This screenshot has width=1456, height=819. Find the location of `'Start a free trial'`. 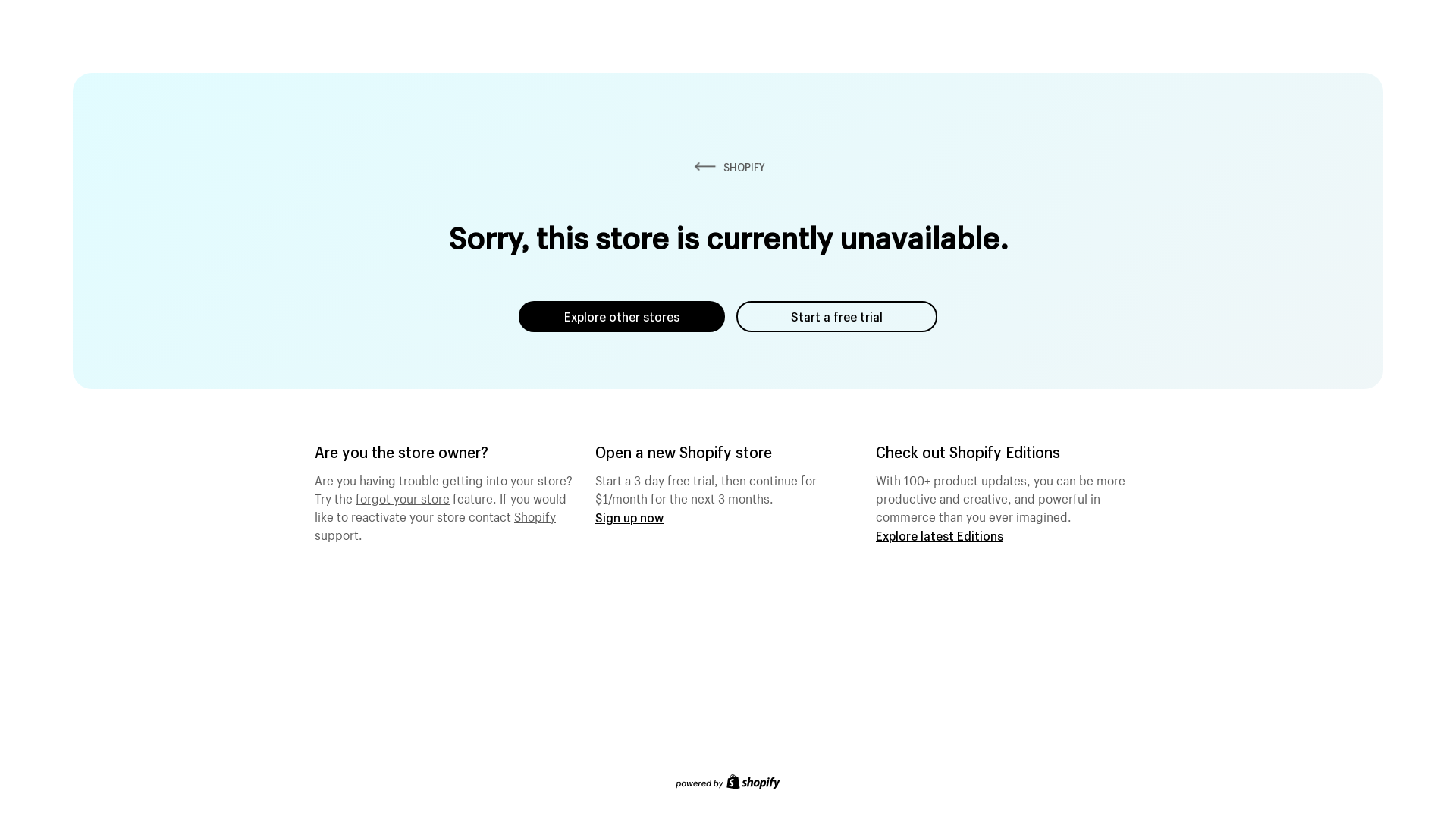

'Start a free trial' is located at coordinates (836, 315).